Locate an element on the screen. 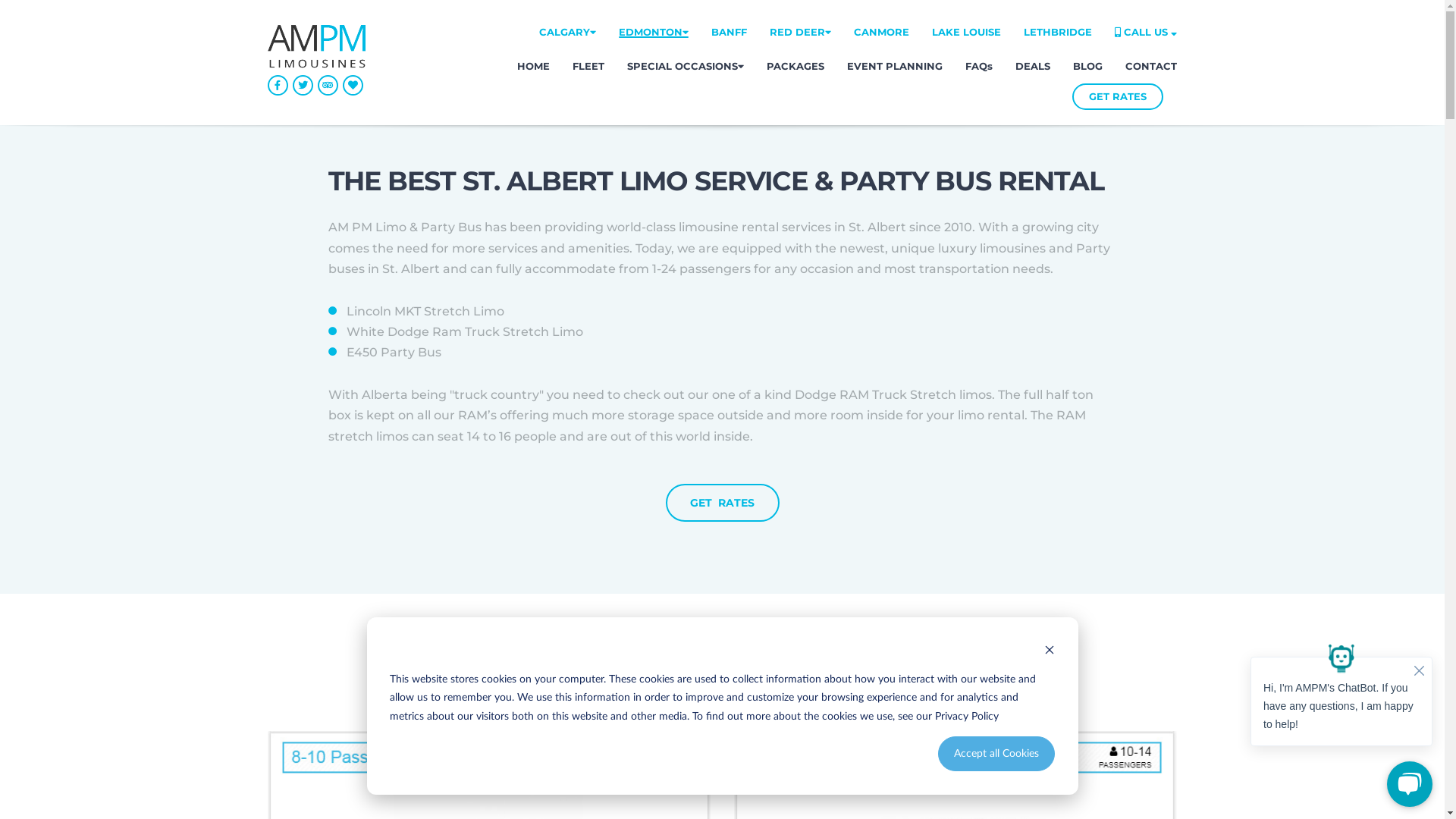  'EDMONTON' is located at coordinates (619, 32).